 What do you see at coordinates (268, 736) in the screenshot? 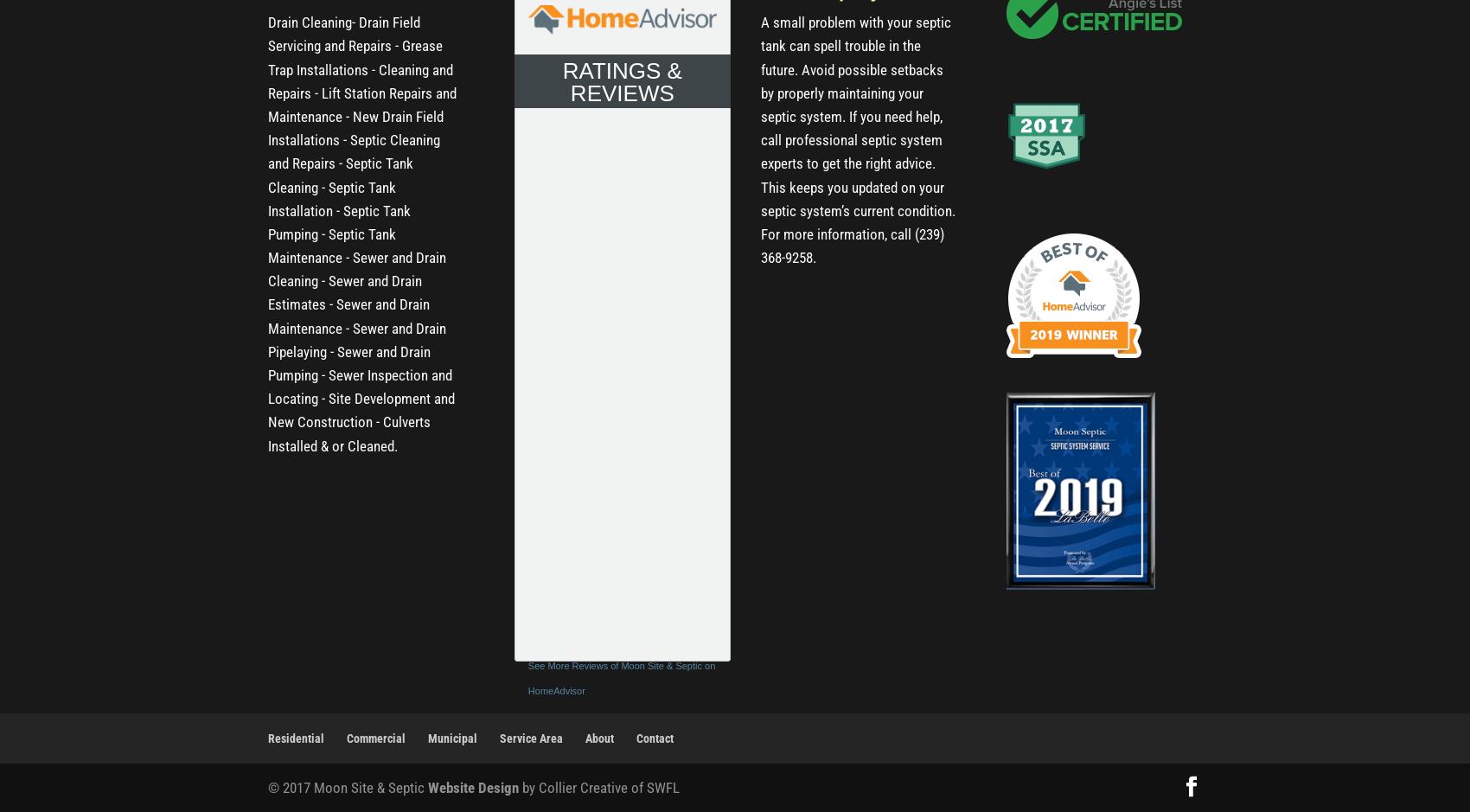
I see `'Residential'` at bounding box center [268, 736].